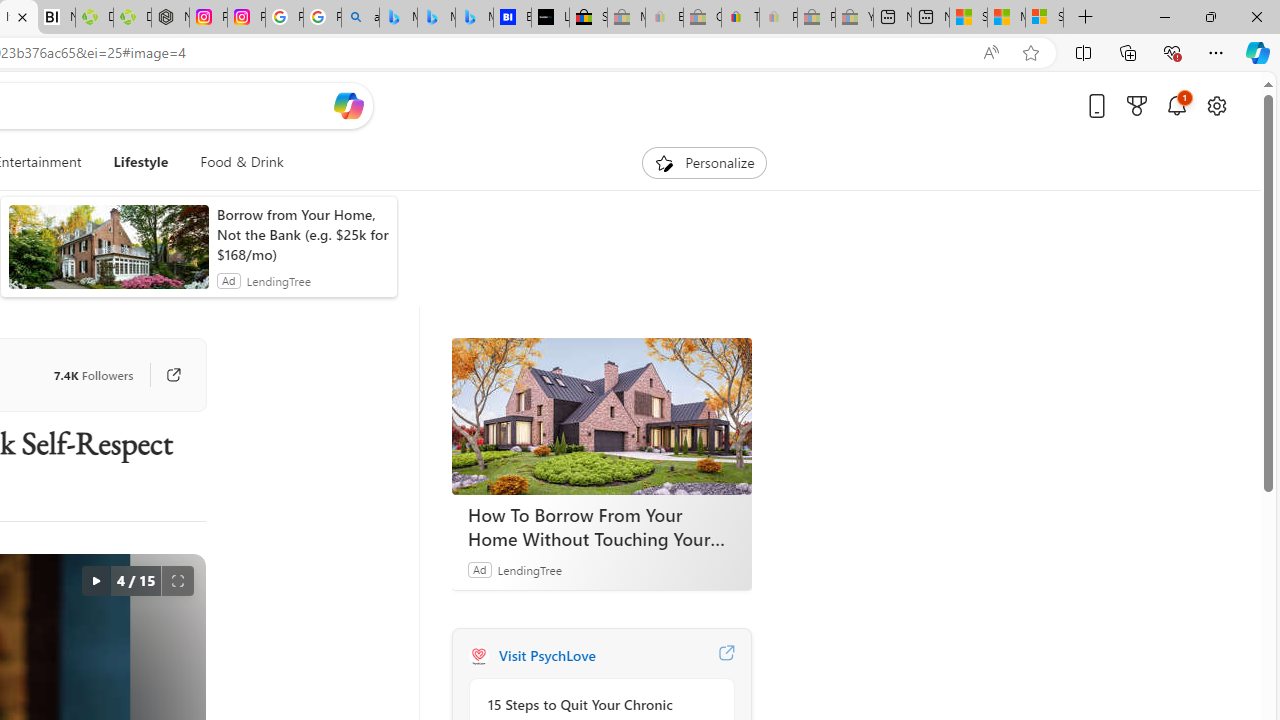 This screenshot has width=1280, height=720. What do you see at coordinates (854, 17) in the screenshot?
I see `'Yard, Garden & Outdoor Living - Sleeping'` at bounding box center [854, 17].